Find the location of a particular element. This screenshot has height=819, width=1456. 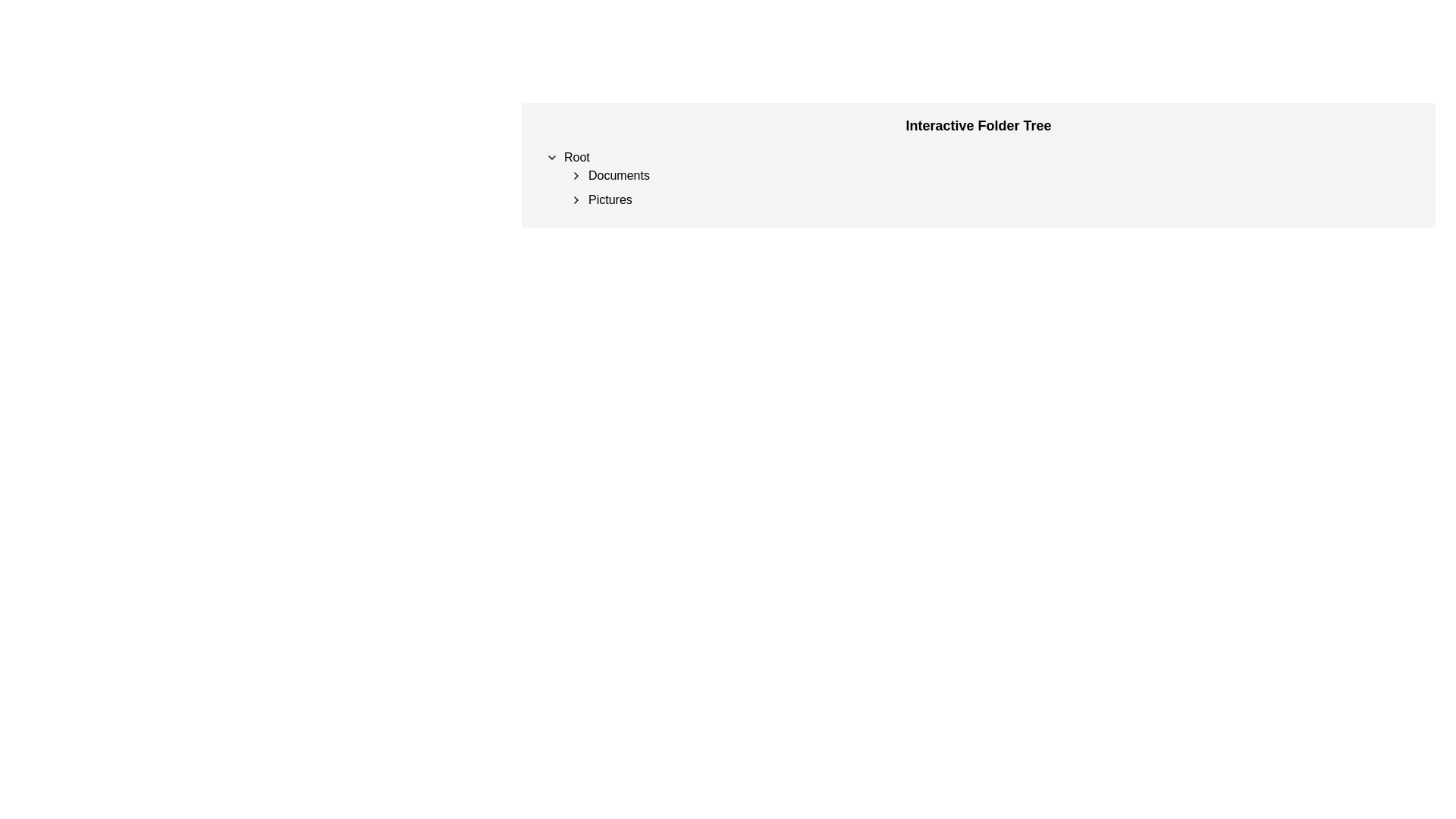

the downward chevron icon, which is positioned to the left of the 'Root' label and styled with a thin stroke and rounded corners in black is located at coordinates (551, 158).